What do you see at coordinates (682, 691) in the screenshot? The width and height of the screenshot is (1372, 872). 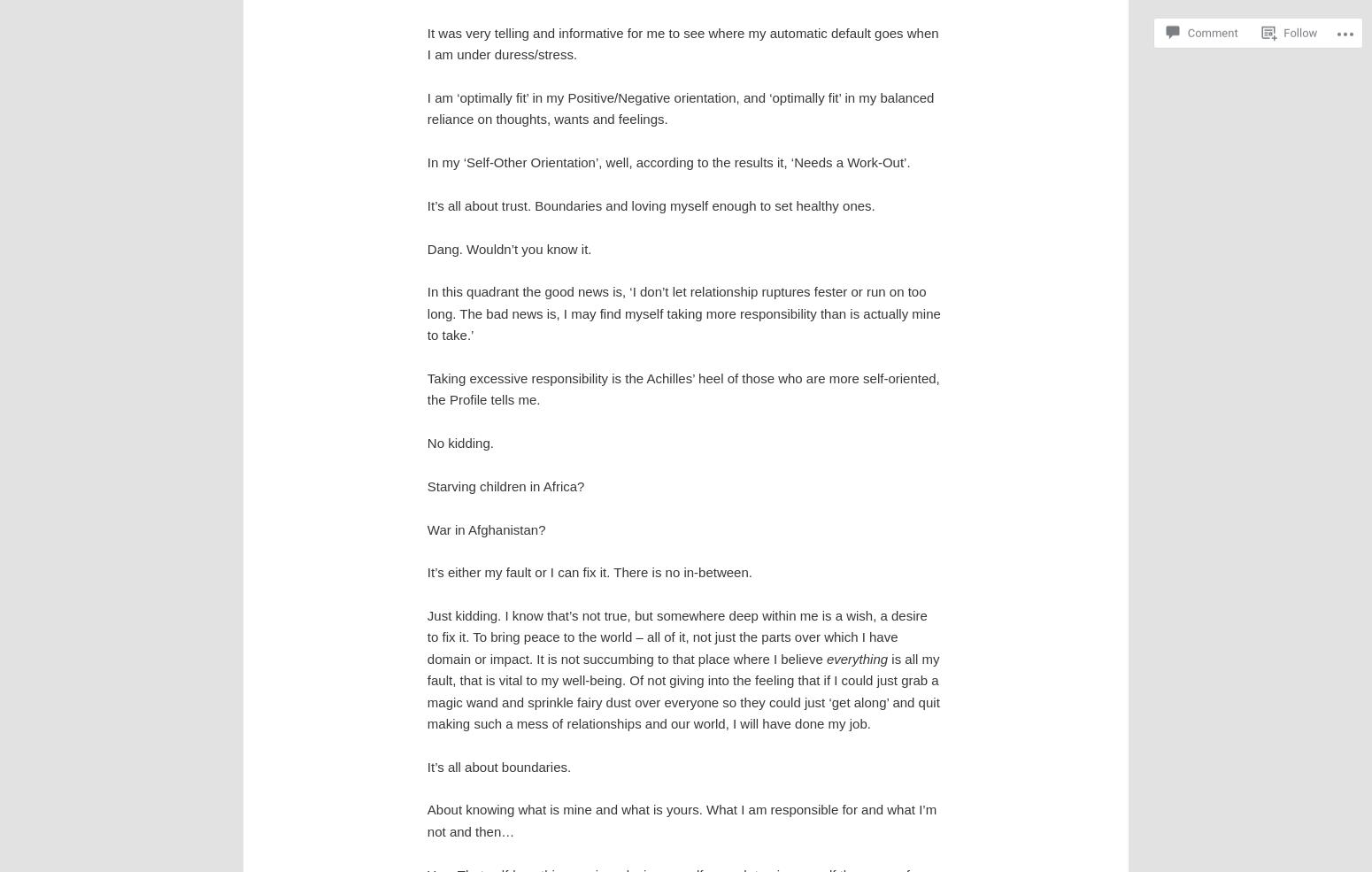 I see `'is all my fault, that is vital to my well-being. Of not giving into the feeling that if I could just grab a magic wand and sprinkle fairy dust over everyone so they could just ‘get along’ and quit making such a mess of relationships and our world, I will have done my job.'` at bounding box center [682, 691].